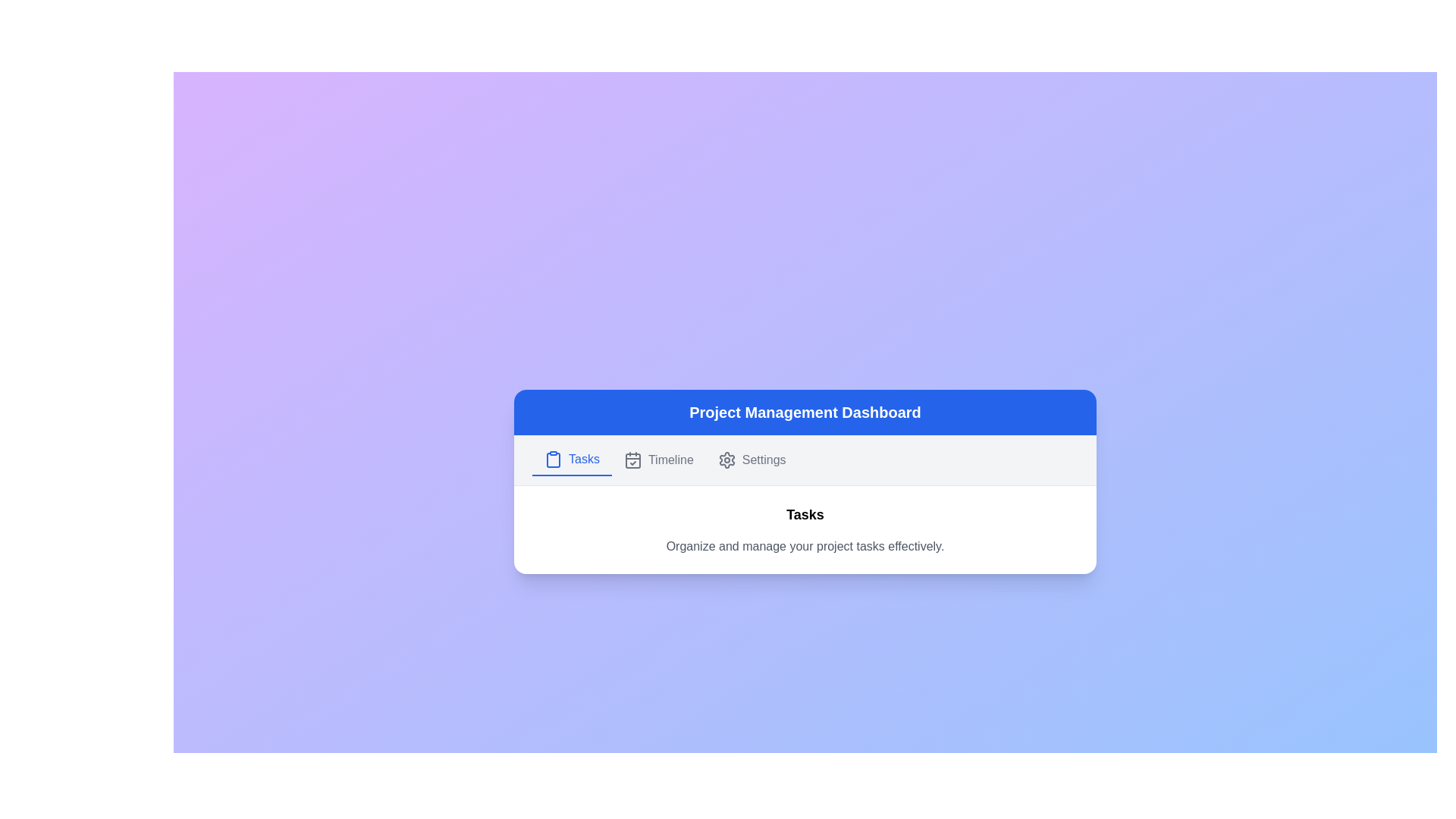 The width and height of the screenshot is (1456, 819). Describe the element at coordinates (570, 458) in the screenshot. I see `the Tasks tab by clicking on its label` at that location.